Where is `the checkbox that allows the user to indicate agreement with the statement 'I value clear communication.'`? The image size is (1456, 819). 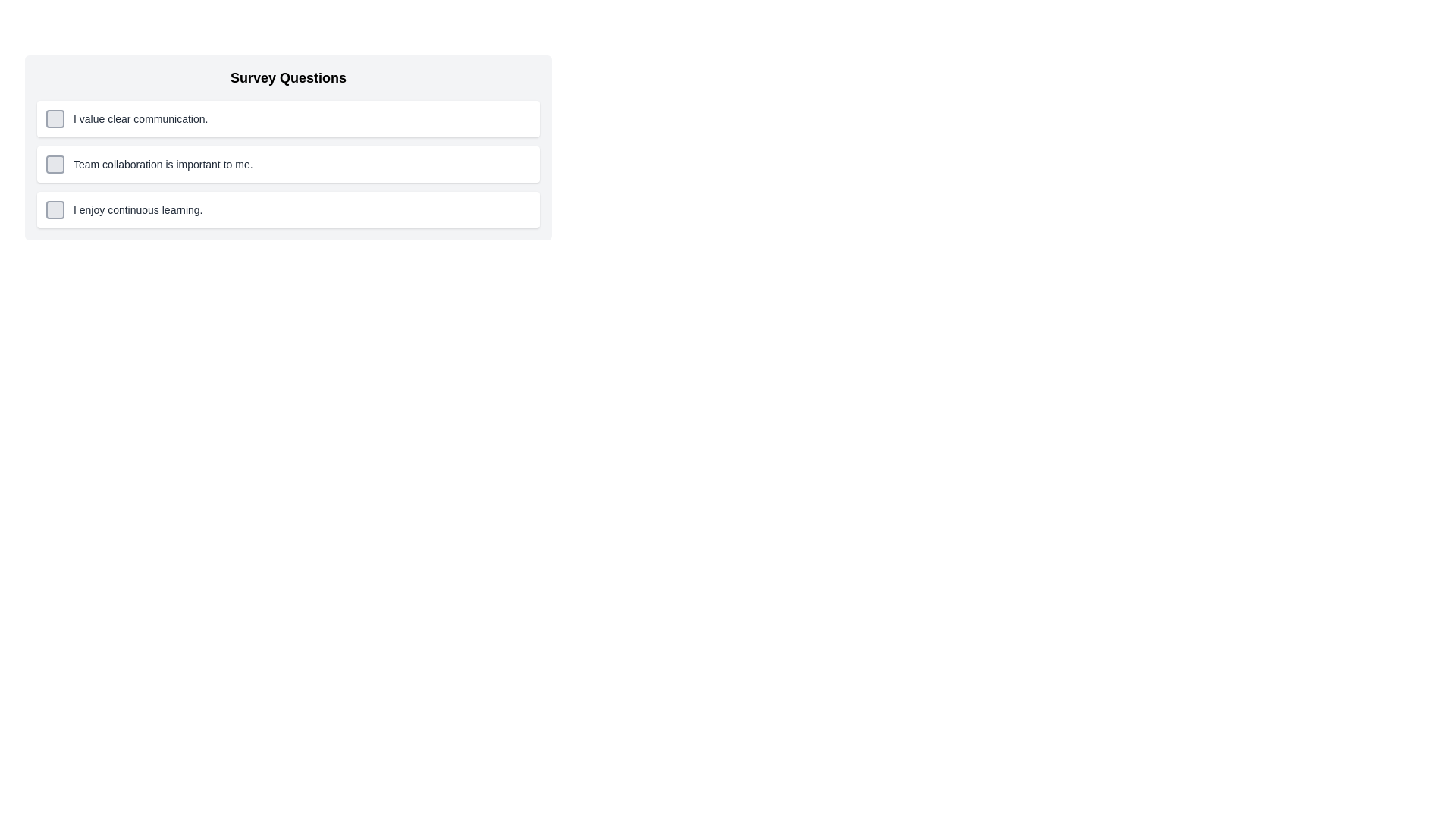
the checkbox that allows the user to indicate agreement with the statement 'I value clear communication.' is located at coordinates (55, 118).